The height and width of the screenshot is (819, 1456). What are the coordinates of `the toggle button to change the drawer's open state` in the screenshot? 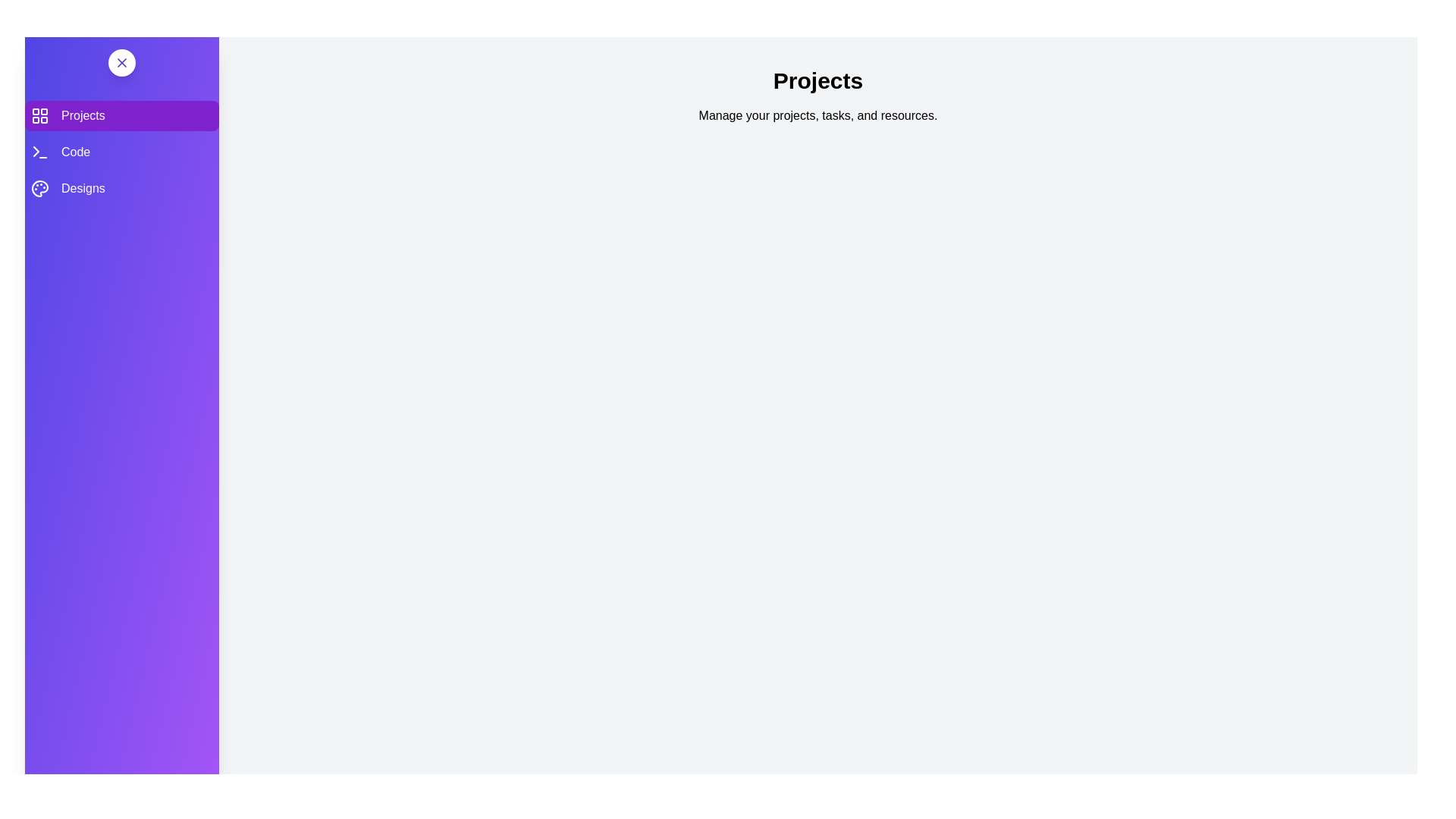 It's located at (122, 62).